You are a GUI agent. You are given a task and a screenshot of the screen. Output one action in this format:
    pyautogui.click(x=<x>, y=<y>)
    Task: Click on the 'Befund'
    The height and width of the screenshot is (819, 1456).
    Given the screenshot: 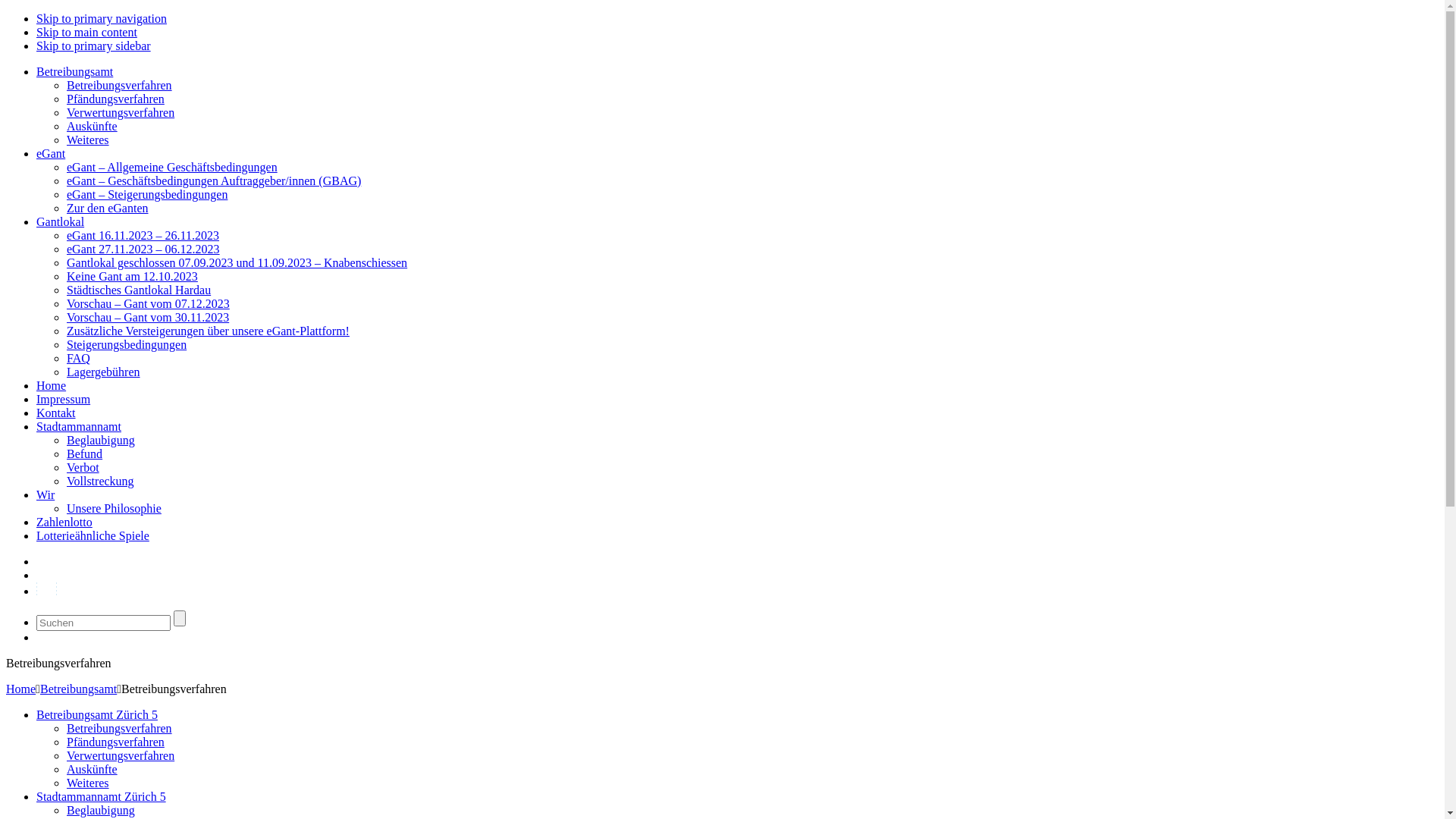 What is the action you would take?
    pyautogui.click(x=83, y=453)
    